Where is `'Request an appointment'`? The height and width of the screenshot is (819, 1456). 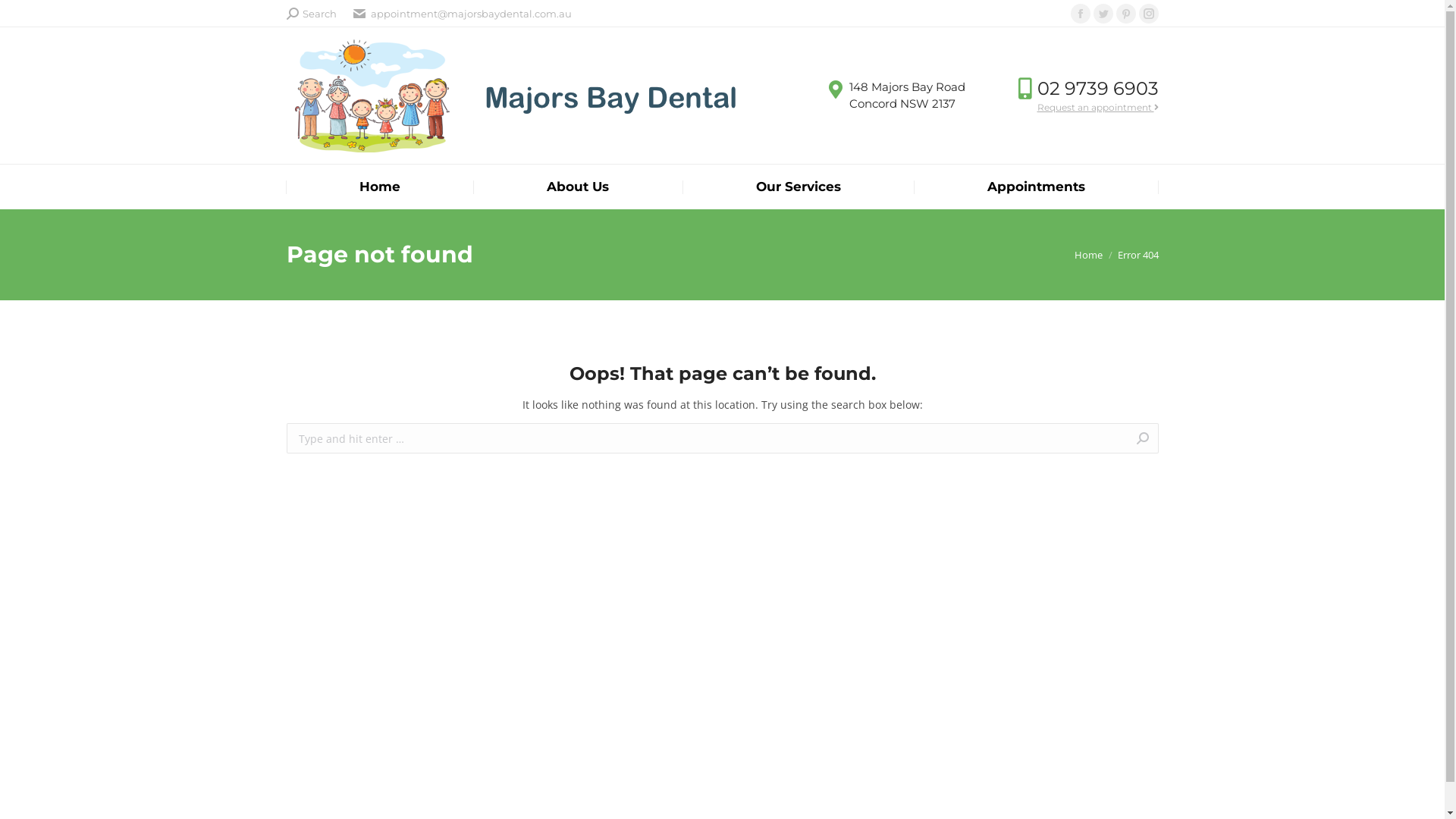
'Request an appointment' is located at coordinates (1098, 106).